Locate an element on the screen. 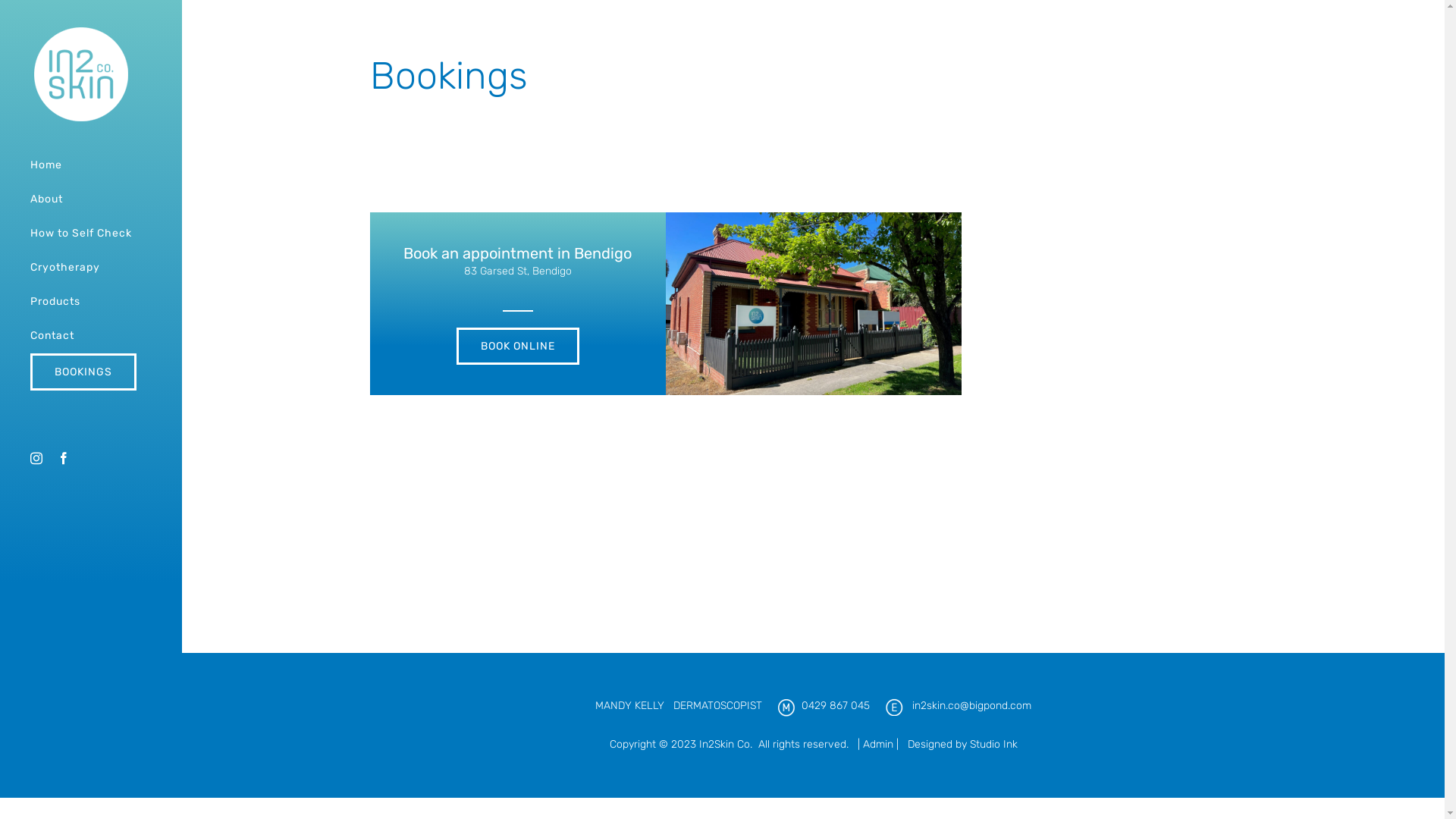 The height and width of the screenshot is (819, 1456). 'Home' is located at coordinates (89, 165).